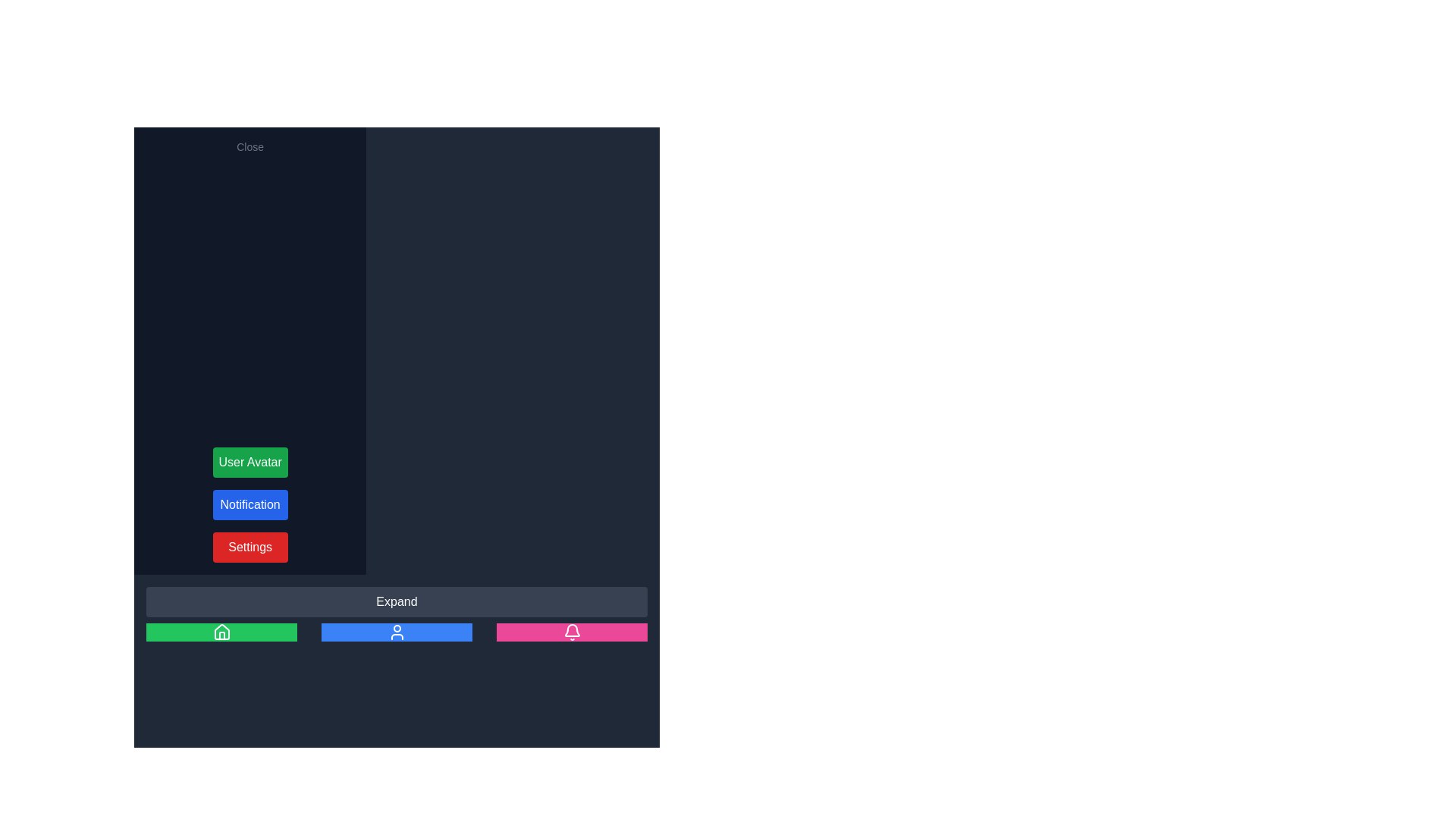 This screenshot has width=1456, height=819. Describe the element at coordinates (221, 632) in the screenshot. I see `the green rectangular button with a house icon` at that location.